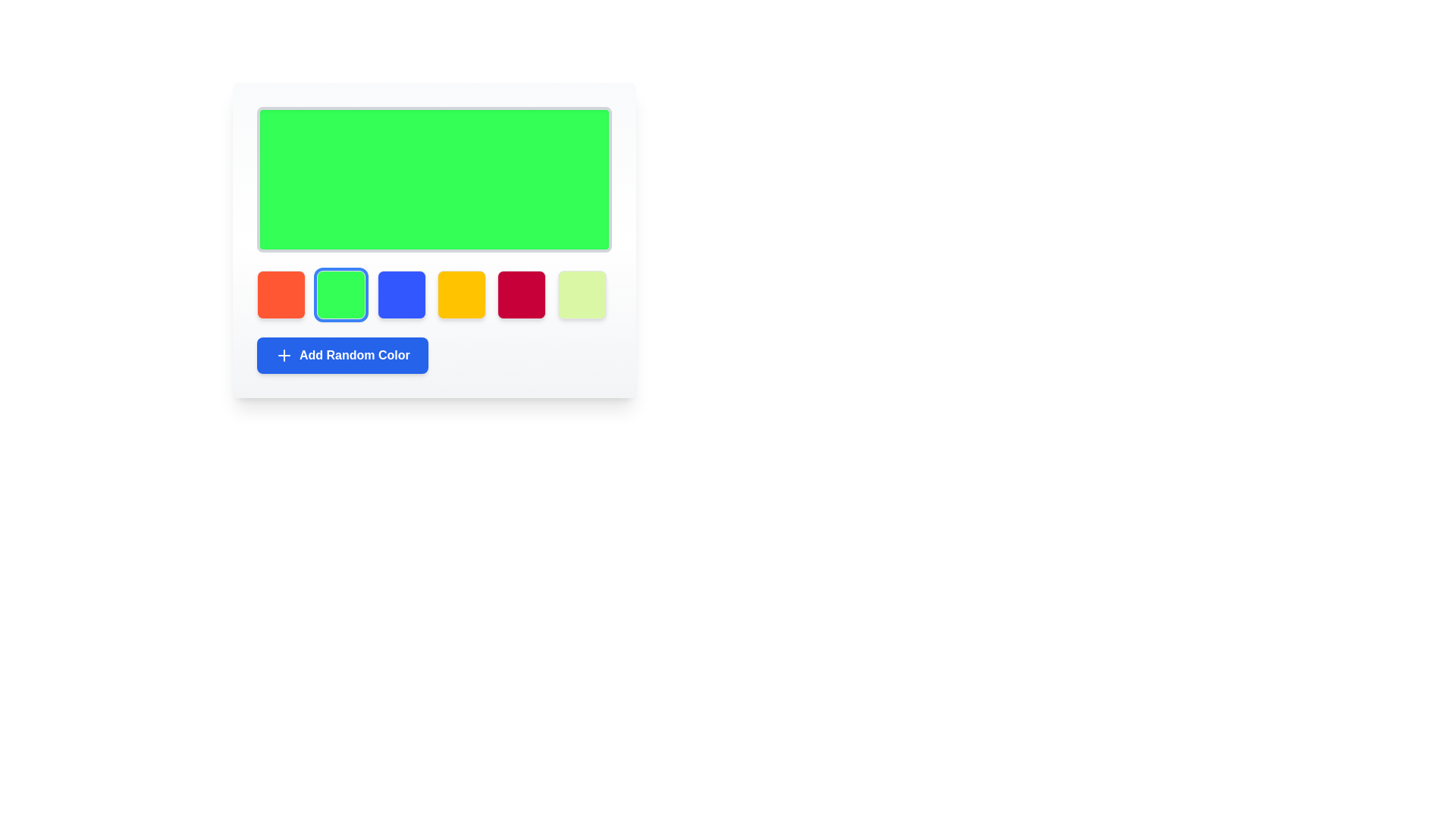  What do you see at coordinates (340, 295) in the screenshot?
I see `the interactive color button, which is the second item in a row of six located below the green rectangular area` at bounding box center [340, 295].